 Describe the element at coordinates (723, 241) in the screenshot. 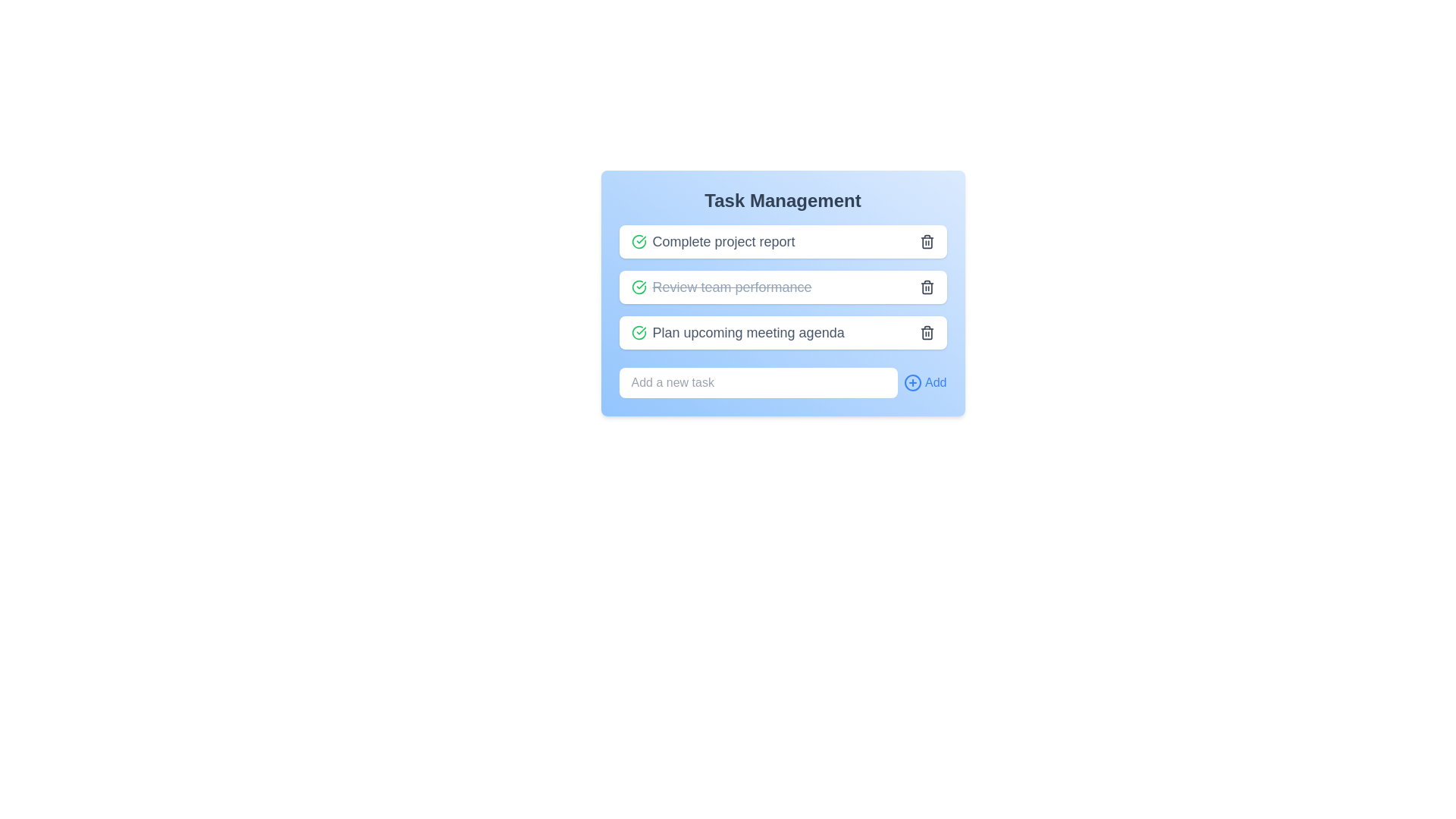

I see `the text label that displays the task description, located between a green checkmark icon and a trash bin icon in a vertical list` at that location.